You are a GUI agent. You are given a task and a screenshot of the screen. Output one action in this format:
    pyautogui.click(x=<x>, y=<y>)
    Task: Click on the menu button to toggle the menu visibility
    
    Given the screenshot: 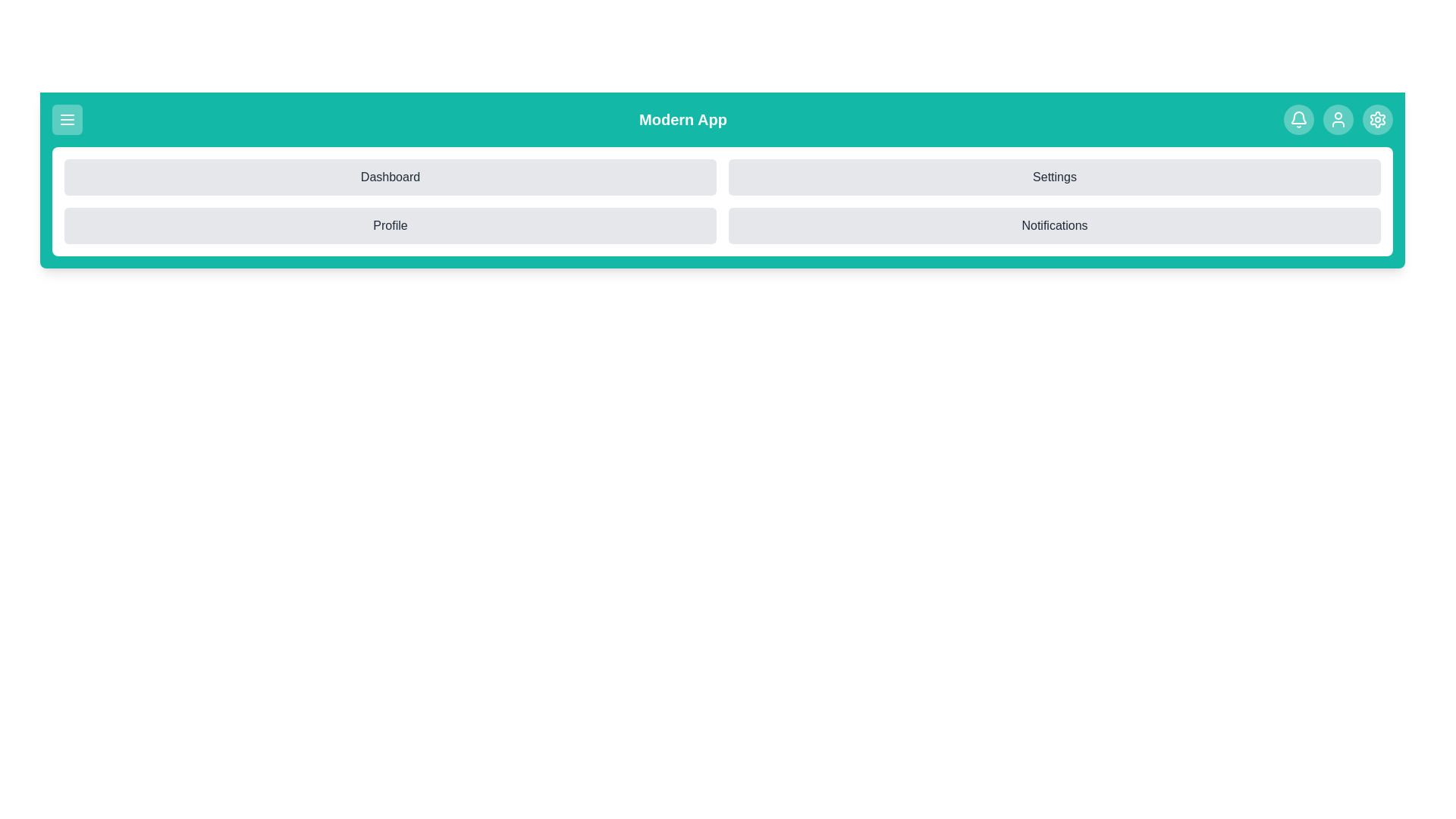 What is the action you would take?
    pyautogui.click(x=67, y=119)
    